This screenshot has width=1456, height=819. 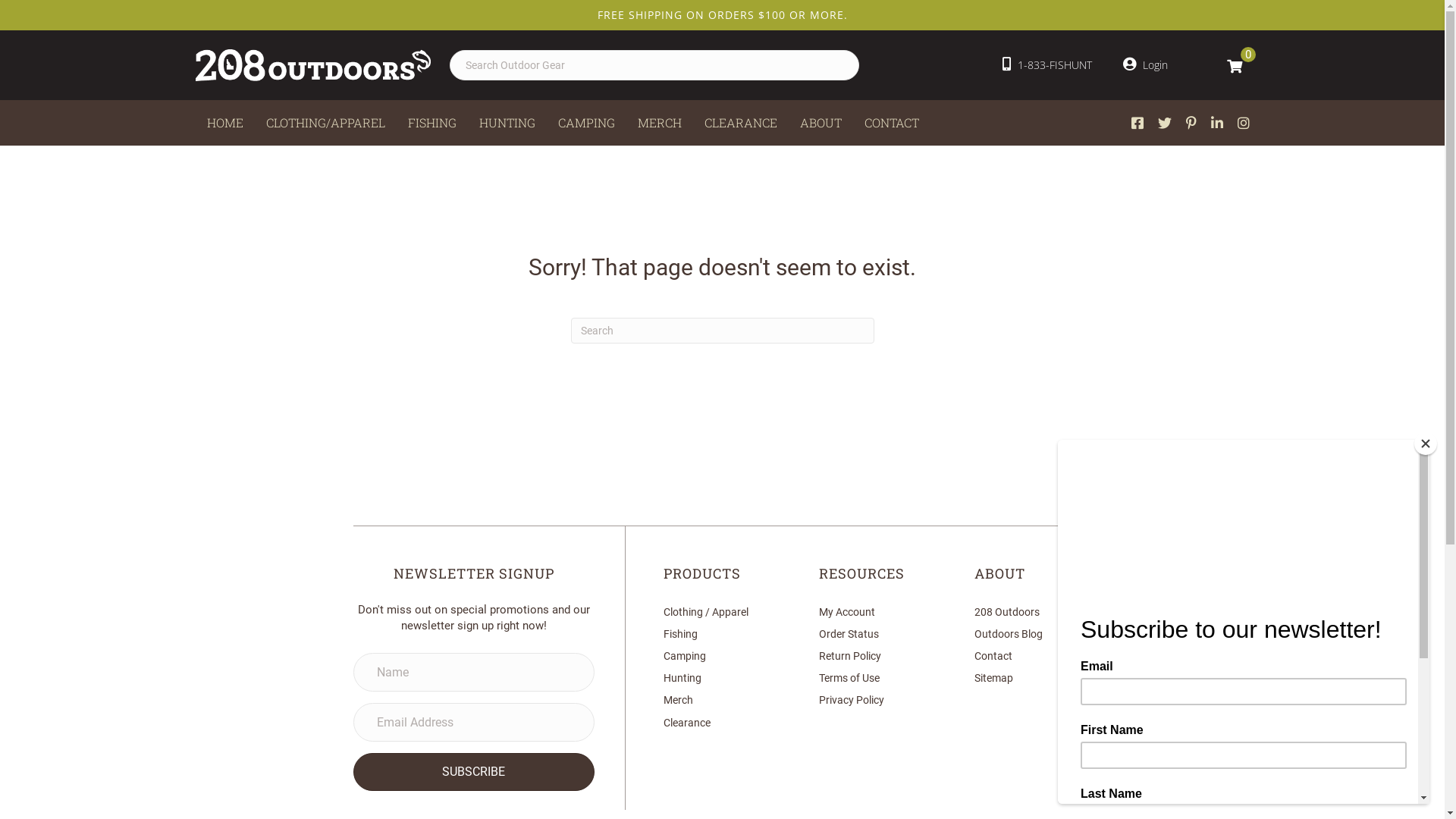 What do you see at coordinates (682, 677) in the screenshot?
I see `'Hunting'` at bounding box center [682, 677].